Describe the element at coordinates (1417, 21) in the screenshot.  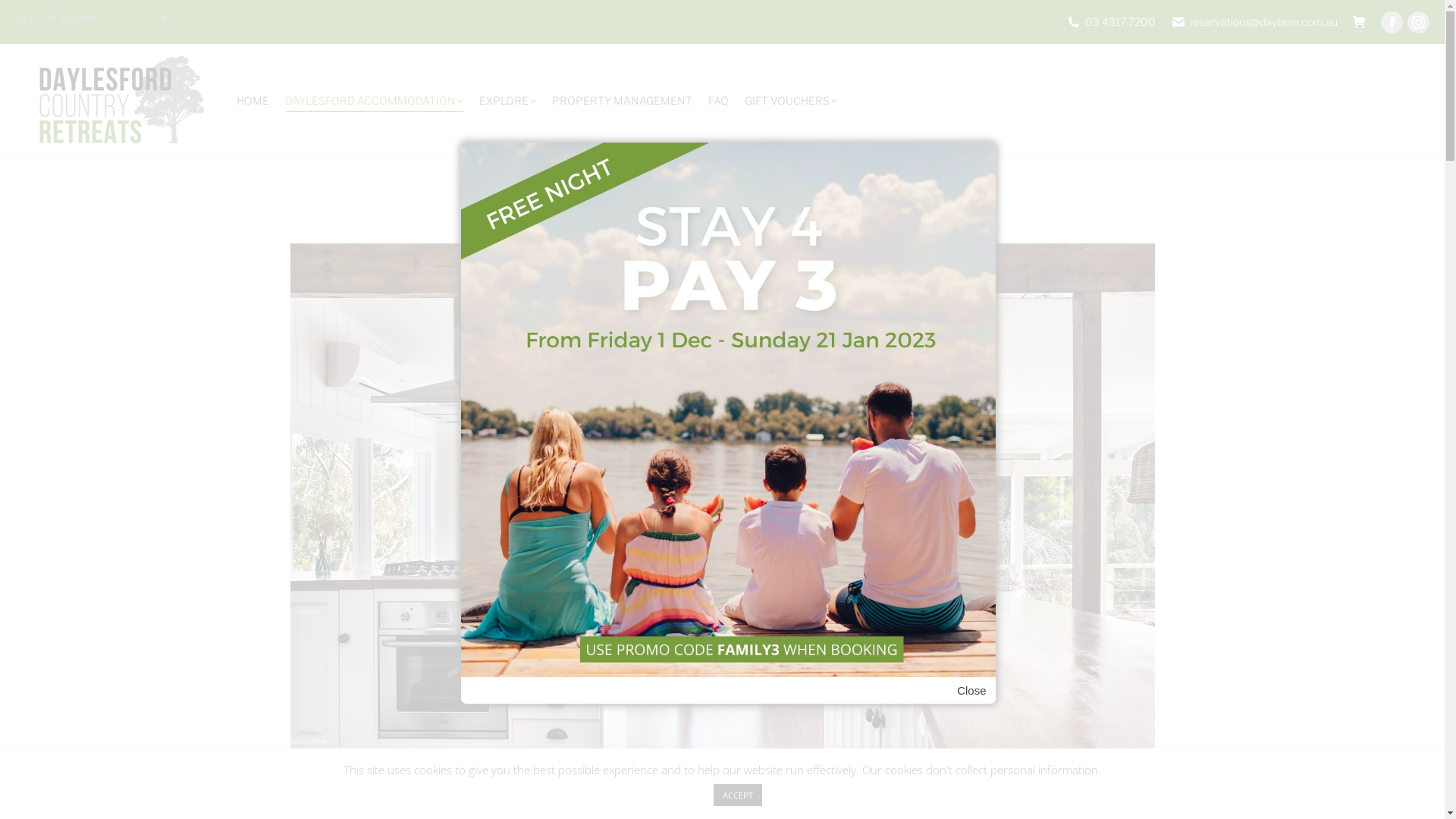
I see `'Instagram page opens in new window'` at that location.